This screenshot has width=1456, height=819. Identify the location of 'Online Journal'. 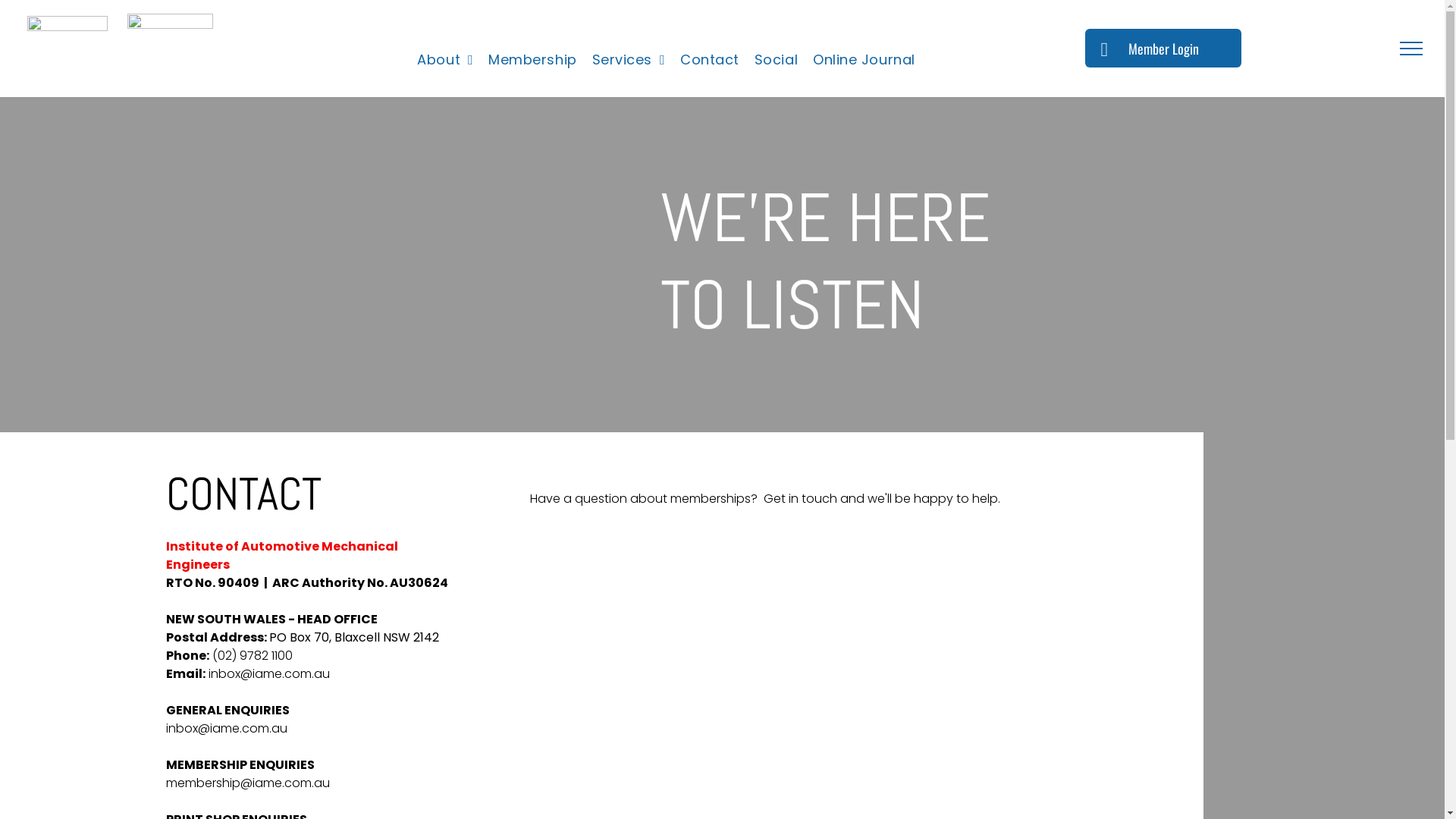
(864, 58).